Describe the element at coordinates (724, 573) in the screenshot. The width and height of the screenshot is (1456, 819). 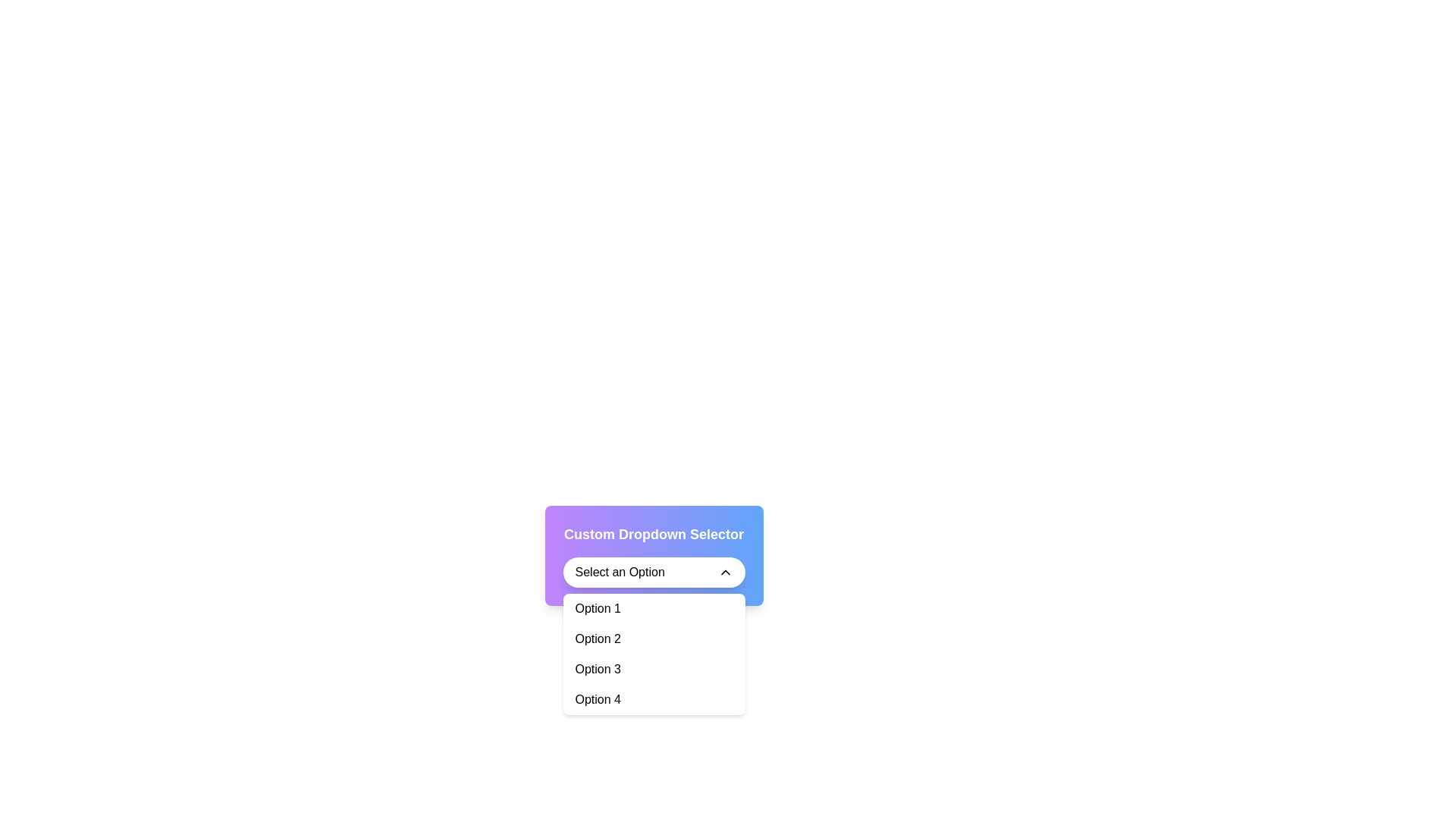
I see `the chevron icon located to the far right of the 'Select an Option' dropdown menu` at that location.